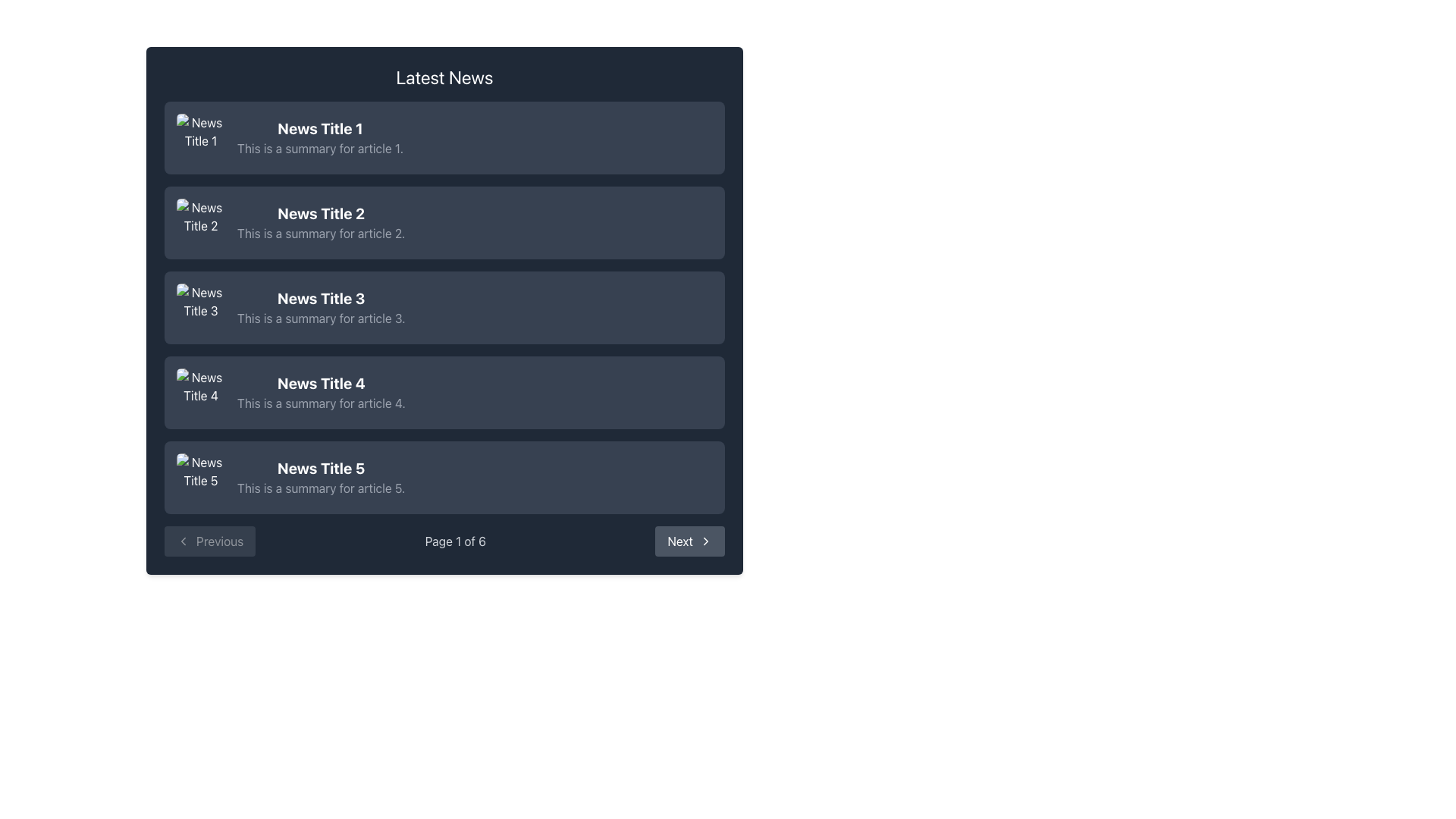  What do you see at coordinates (454, 540) in the screenshot?
I see `the page count information displayed in the static text label showing 'Page 1 of 6' located in the lower middle of the footer UI section` at bounding box center [454, 540].